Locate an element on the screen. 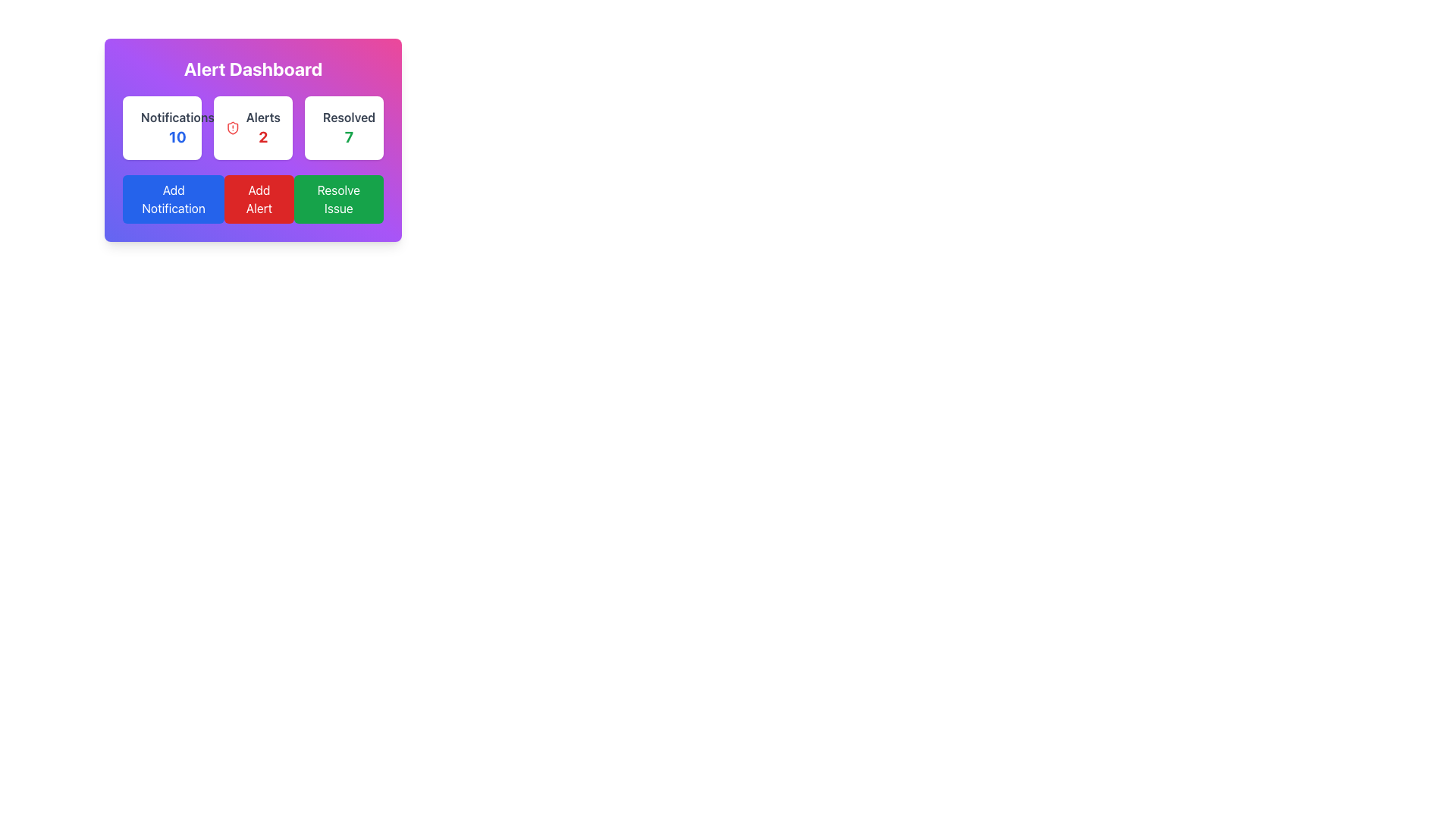 The image size is (1456, 819). the central button for adding an alert in the 'Alert Dashboard', which is located between the 'Add Notification' button and the 'Resolve Issue' button is located at coordinates (259, 198).